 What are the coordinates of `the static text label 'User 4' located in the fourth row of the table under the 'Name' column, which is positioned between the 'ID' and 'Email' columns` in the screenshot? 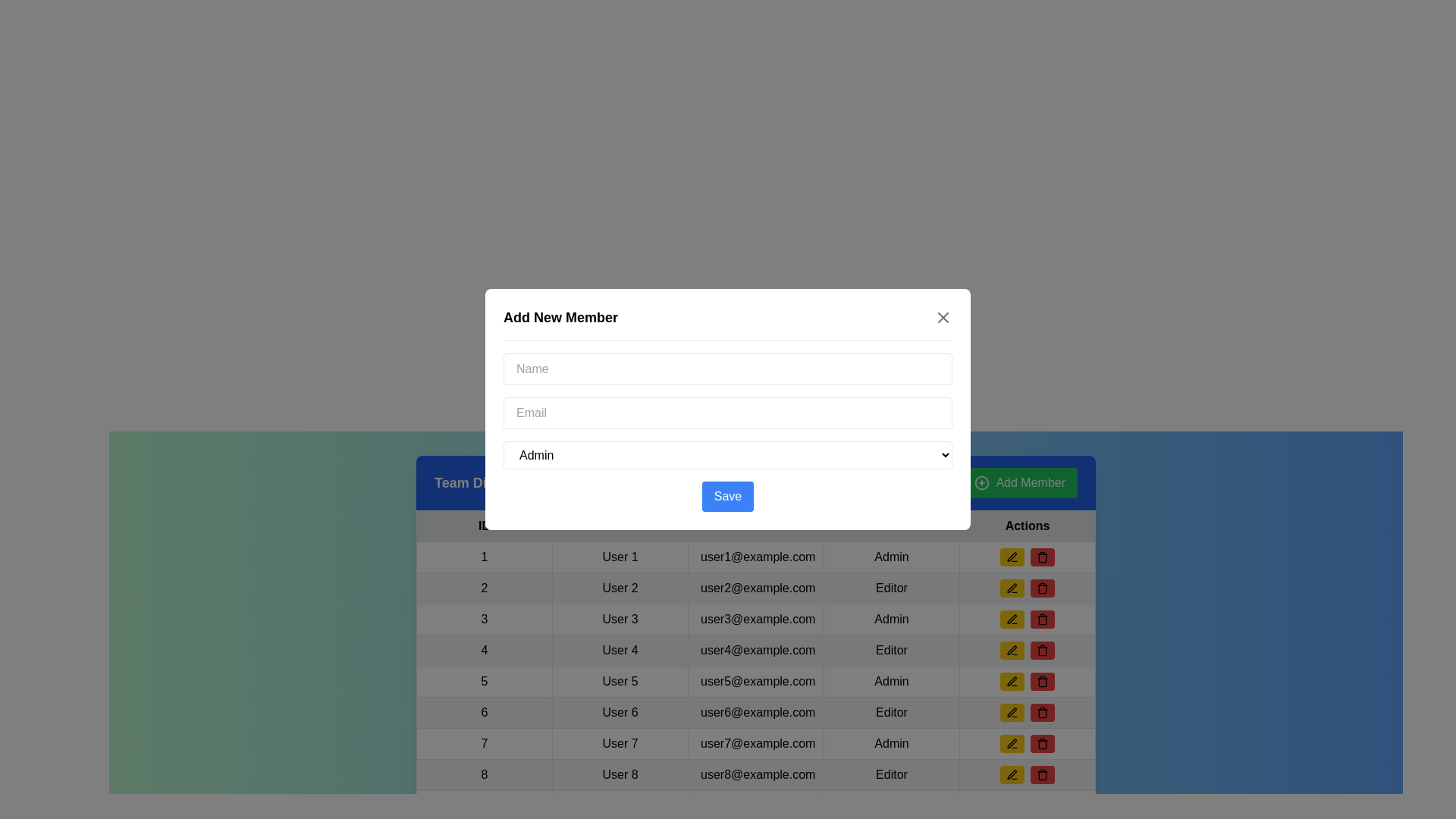 It's located at (620, 649).